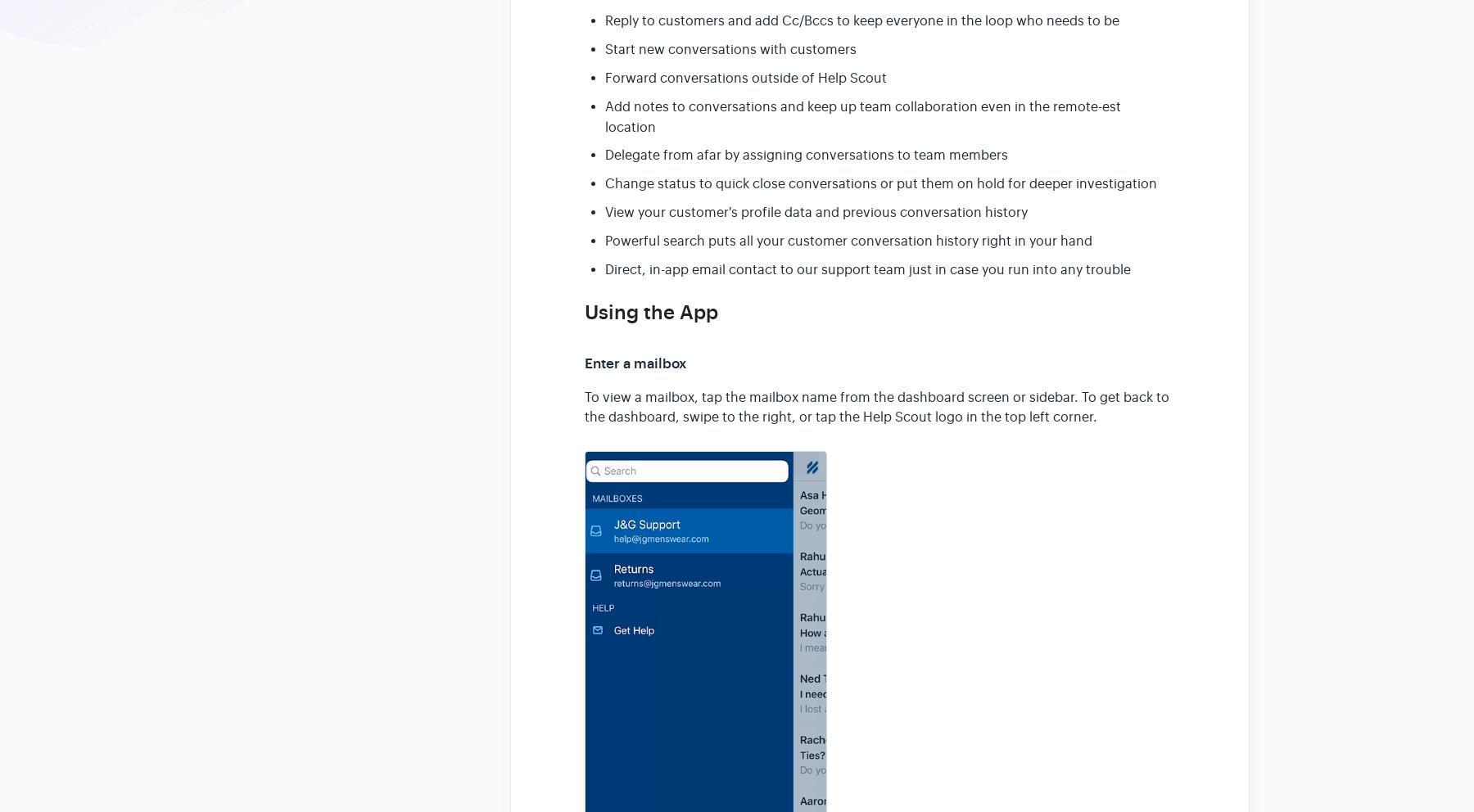 Image resolution: width=1474 pixels, height=812 pixels. Describe the element at coordinates (584, 313) in the screenshot. I see `'Using the App'` at that location.